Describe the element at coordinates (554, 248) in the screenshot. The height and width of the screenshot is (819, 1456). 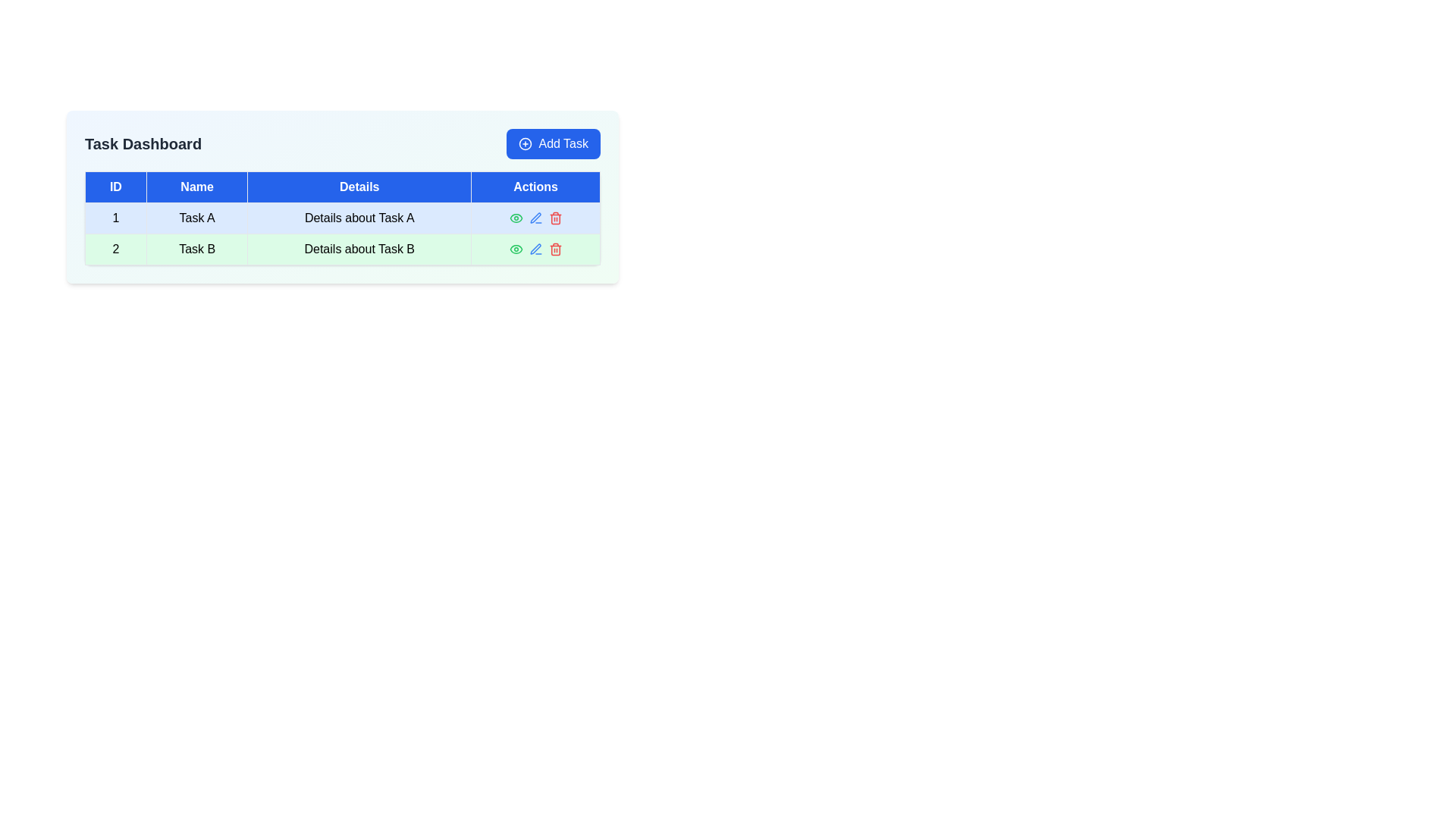
I see `the delete icon located in the second row's 'Actions' column, which is positioned to the right of the edit pencil icon and the eye icon` at that location.